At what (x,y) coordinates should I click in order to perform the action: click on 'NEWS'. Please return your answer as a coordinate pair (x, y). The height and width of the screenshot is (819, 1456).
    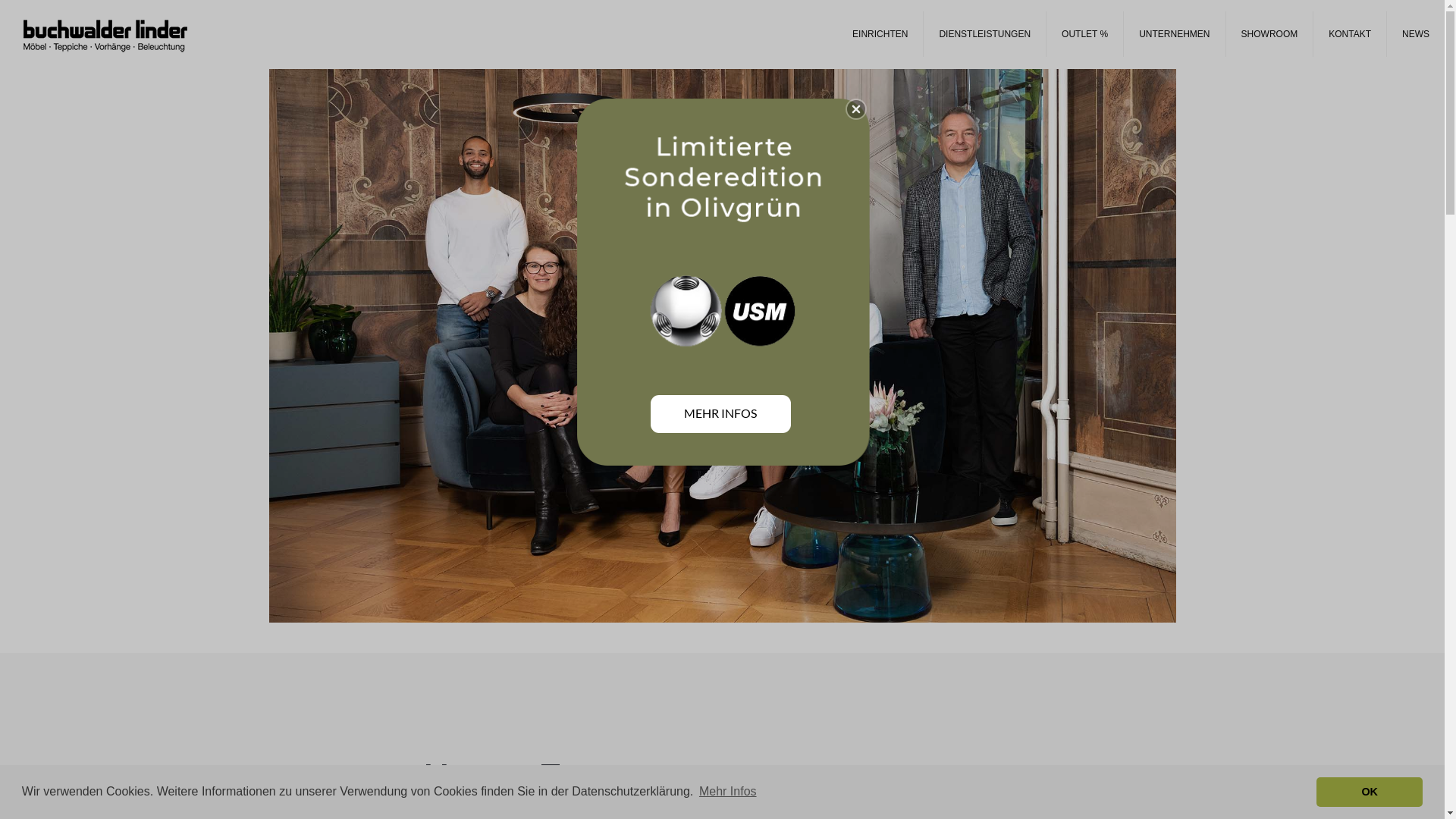
    Looking at the image, I should click on (1415, 34).